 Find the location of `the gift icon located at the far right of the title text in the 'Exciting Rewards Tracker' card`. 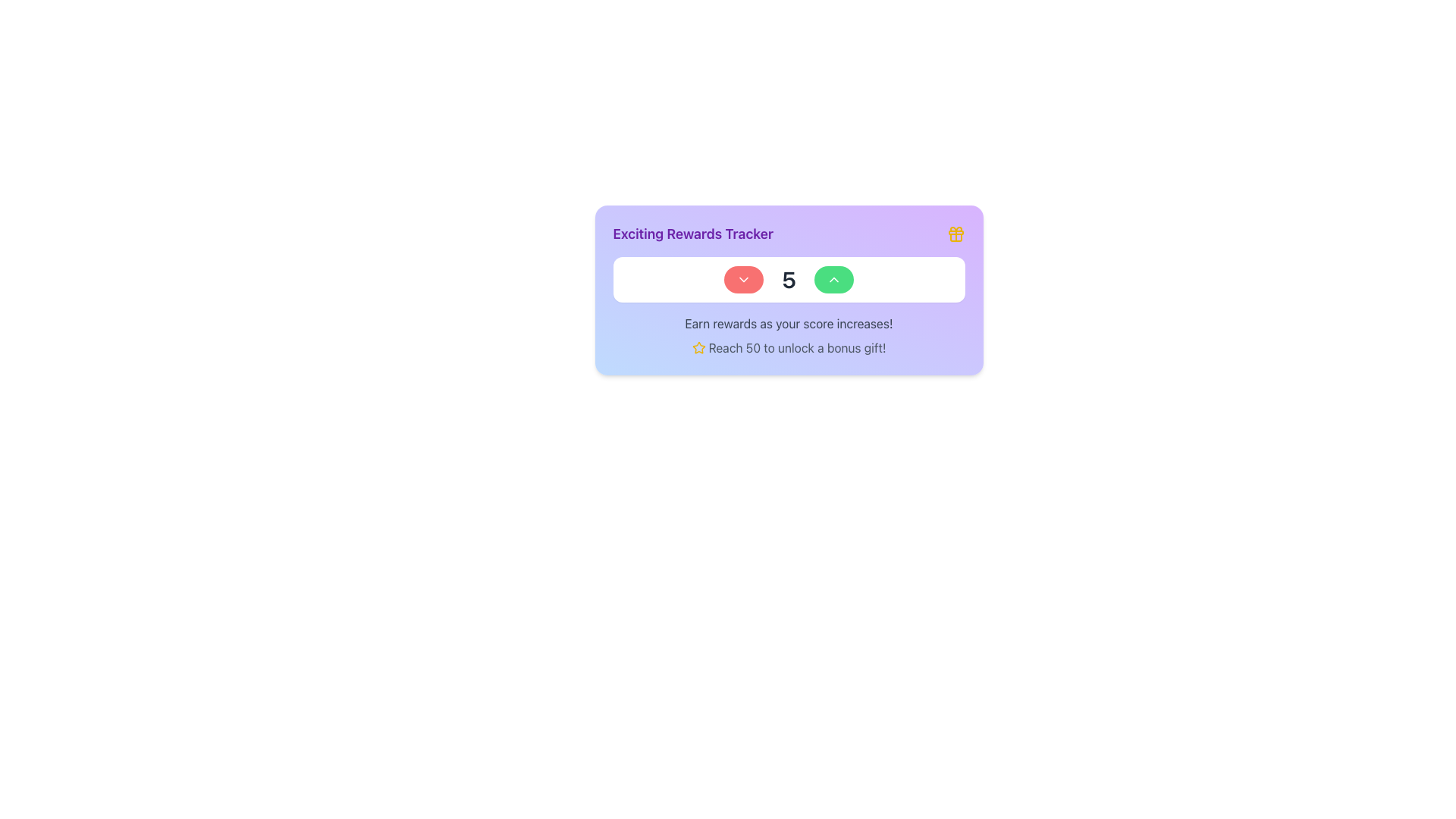

the gift icon located at the far right of the title text in the 'Exciting Rewards Tracker' card is located at coordinates (955, 234).